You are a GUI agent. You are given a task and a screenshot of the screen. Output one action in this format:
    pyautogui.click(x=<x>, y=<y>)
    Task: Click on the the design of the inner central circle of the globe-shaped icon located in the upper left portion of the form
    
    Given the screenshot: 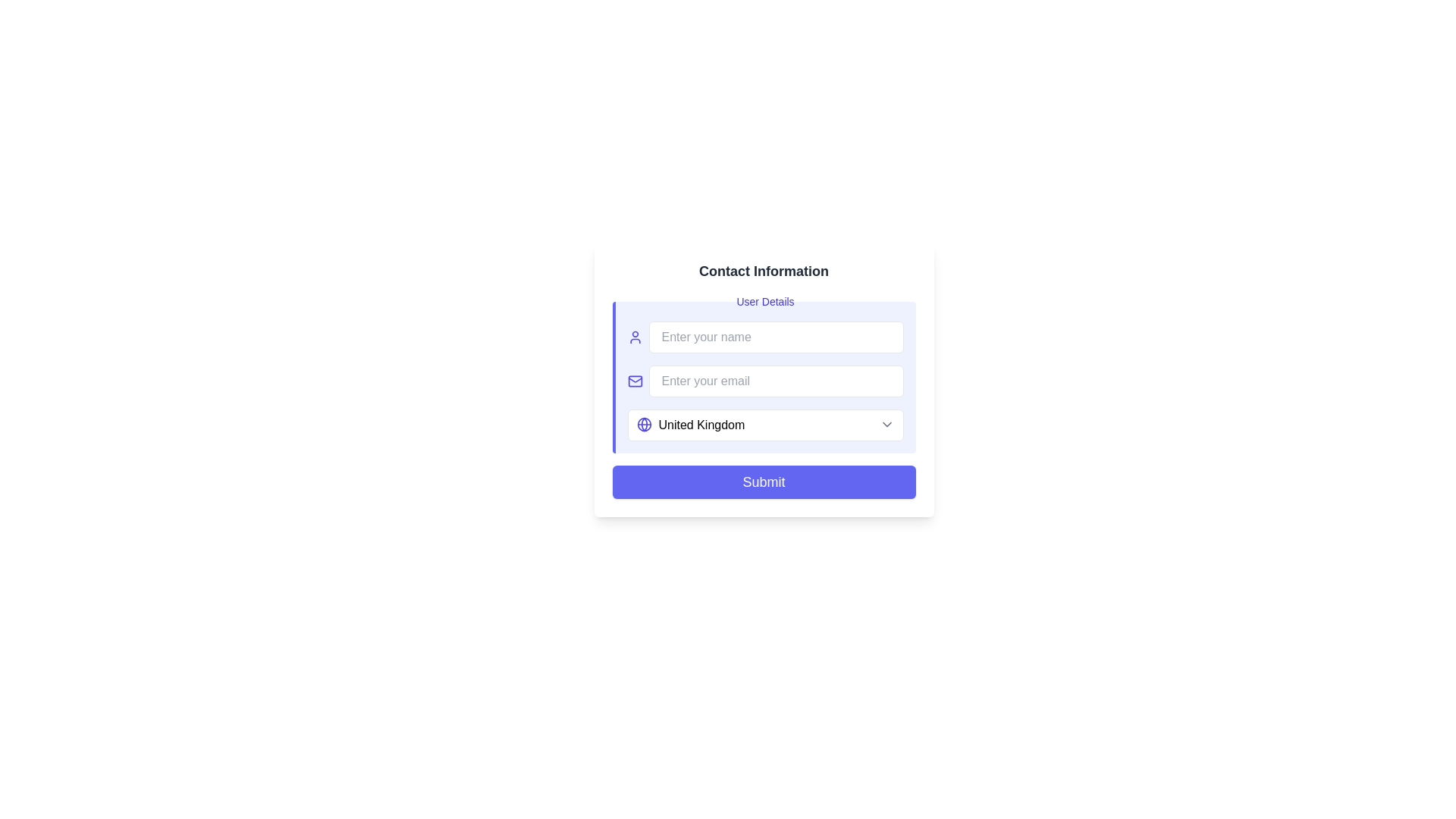 What is the action you would take?
    pyautogui.click(x=644, y=424)
    